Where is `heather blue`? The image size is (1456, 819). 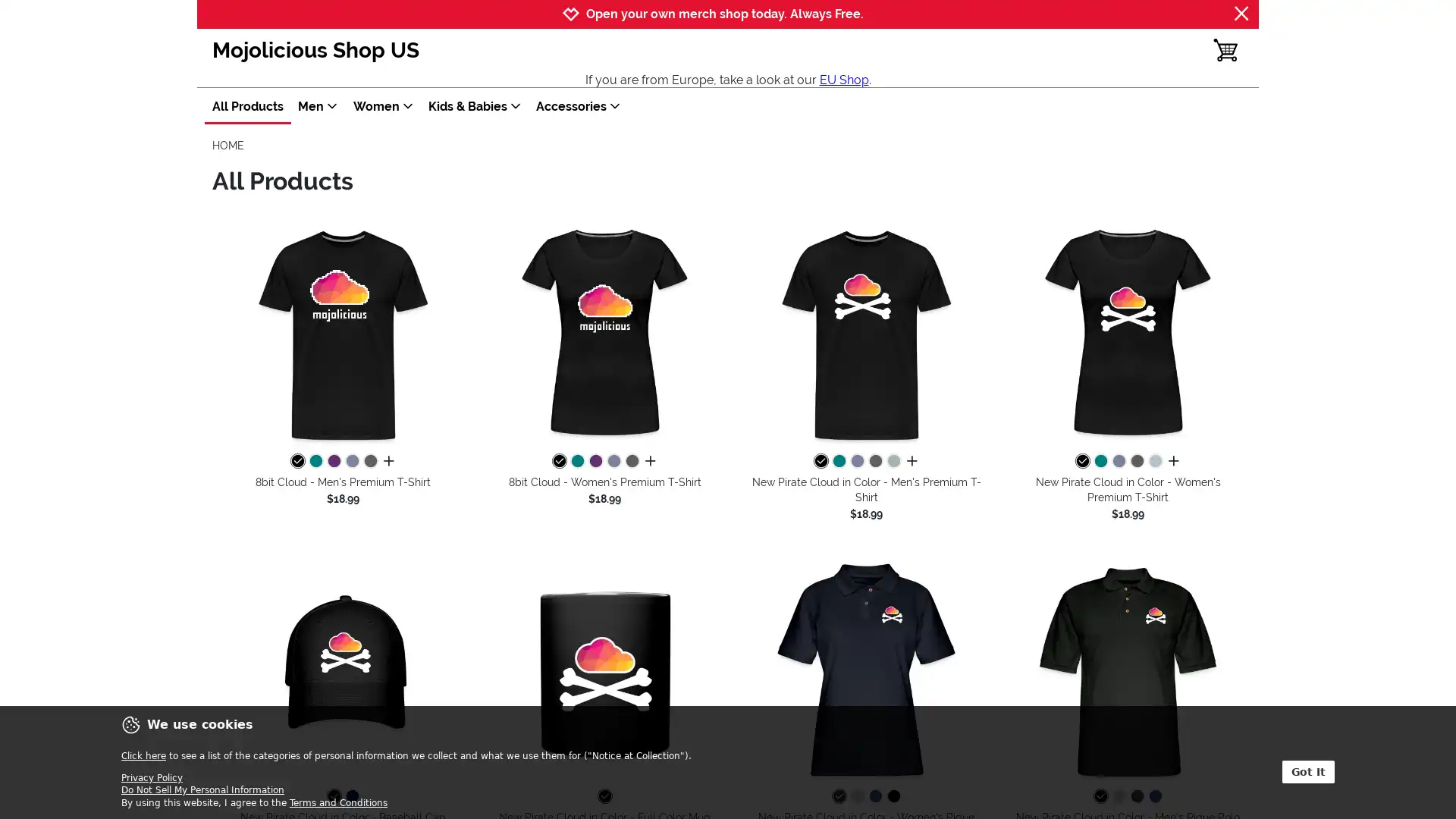 heather blue is located at coordinates (351, 461).